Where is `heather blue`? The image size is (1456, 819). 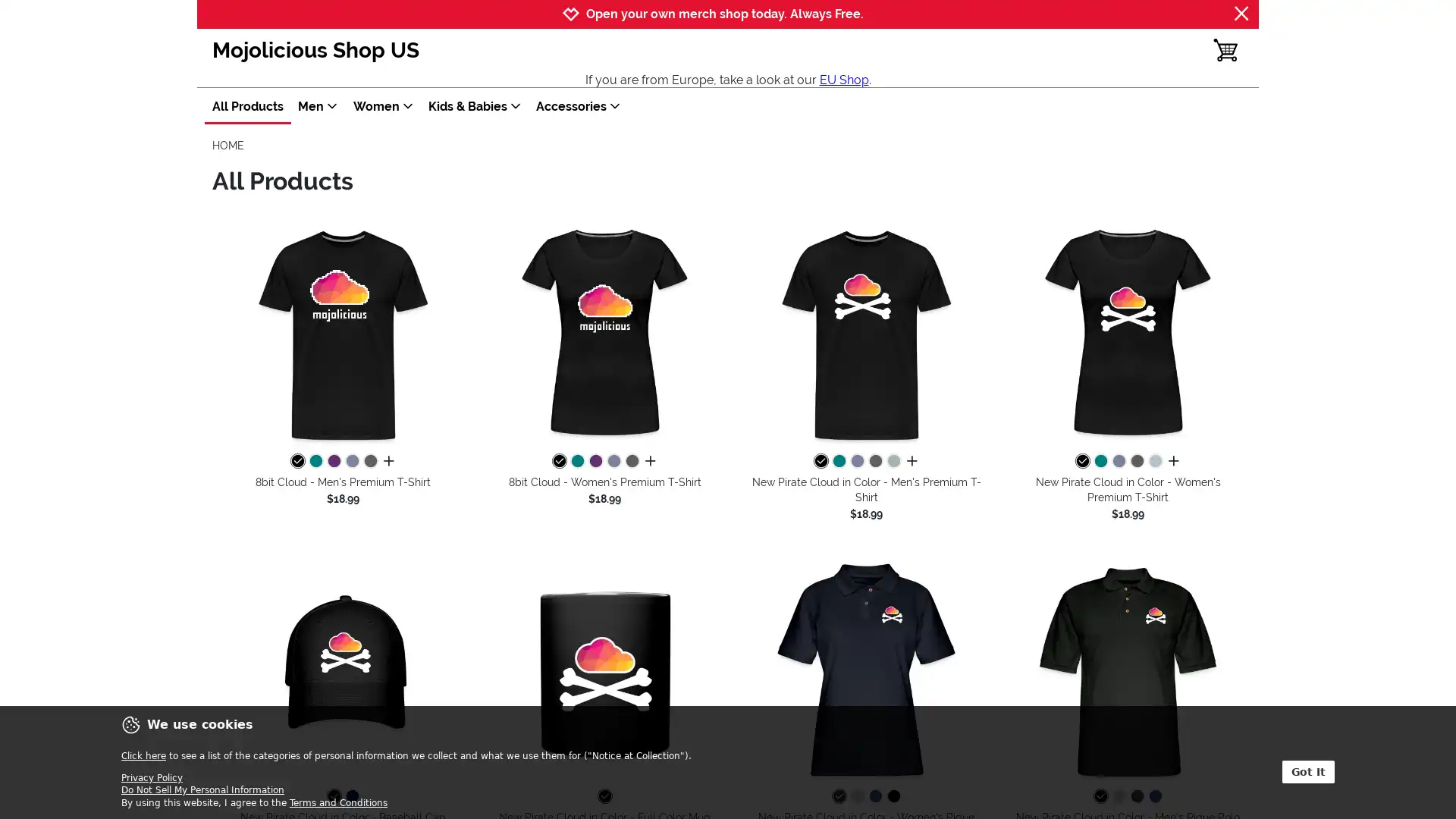 heather blue is located at coordinates (351, 461).